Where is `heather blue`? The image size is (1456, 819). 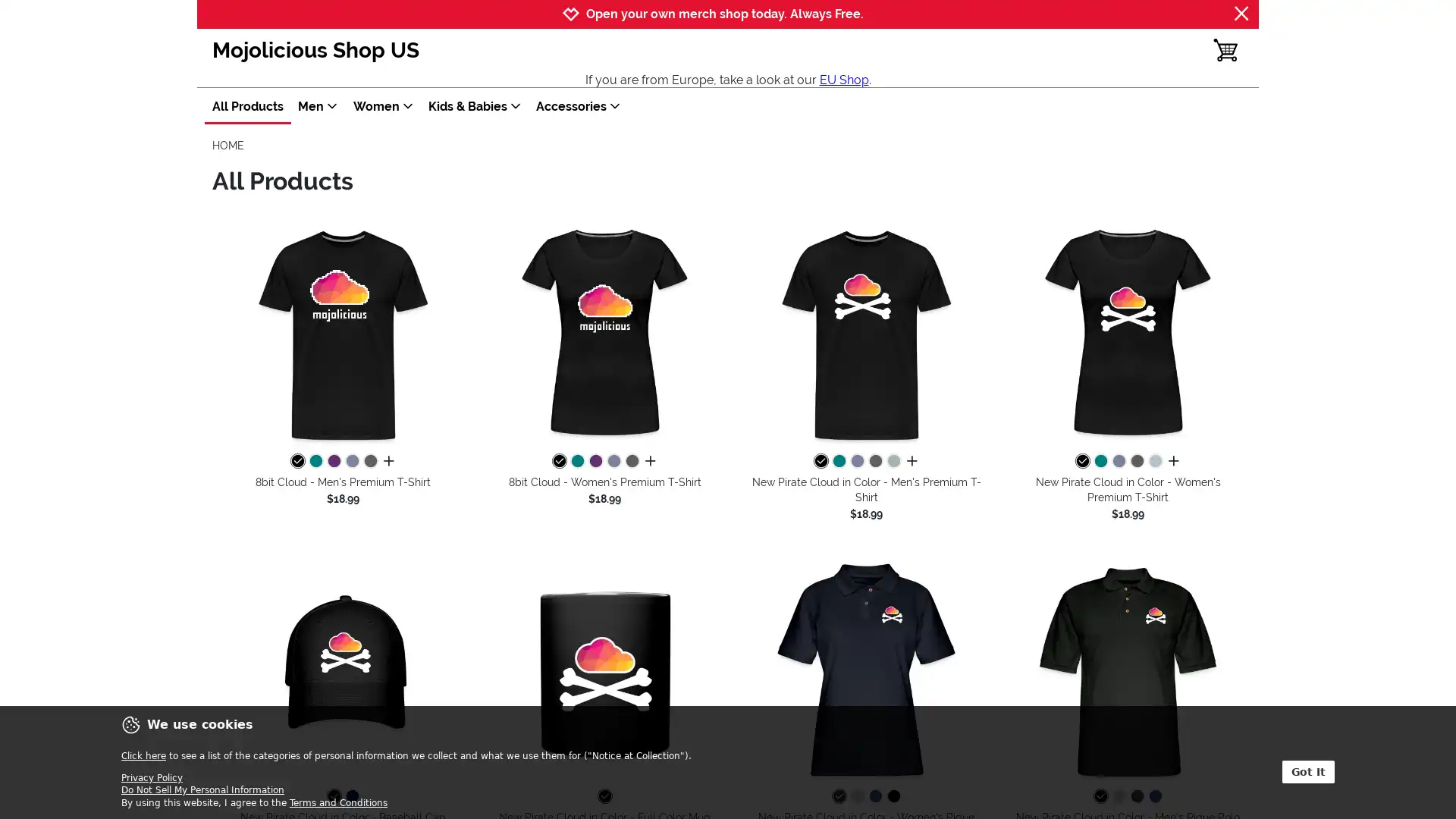 heather blue is located at coordinates (351, 461).